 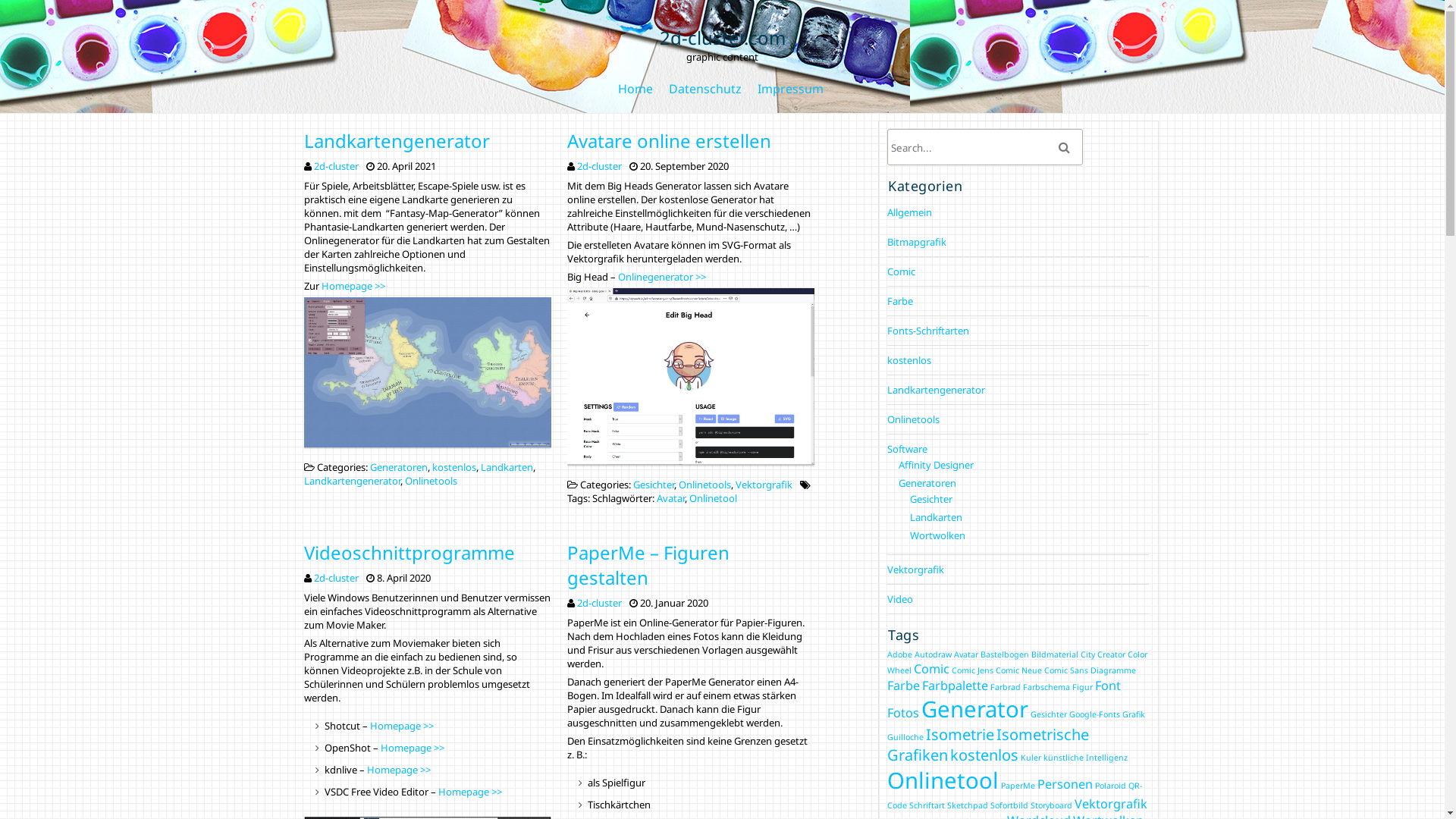 What do you see at coordinates (1031, 758) in the screenshot?
I see `'Kuler'` at bounding box center [1031, 758].